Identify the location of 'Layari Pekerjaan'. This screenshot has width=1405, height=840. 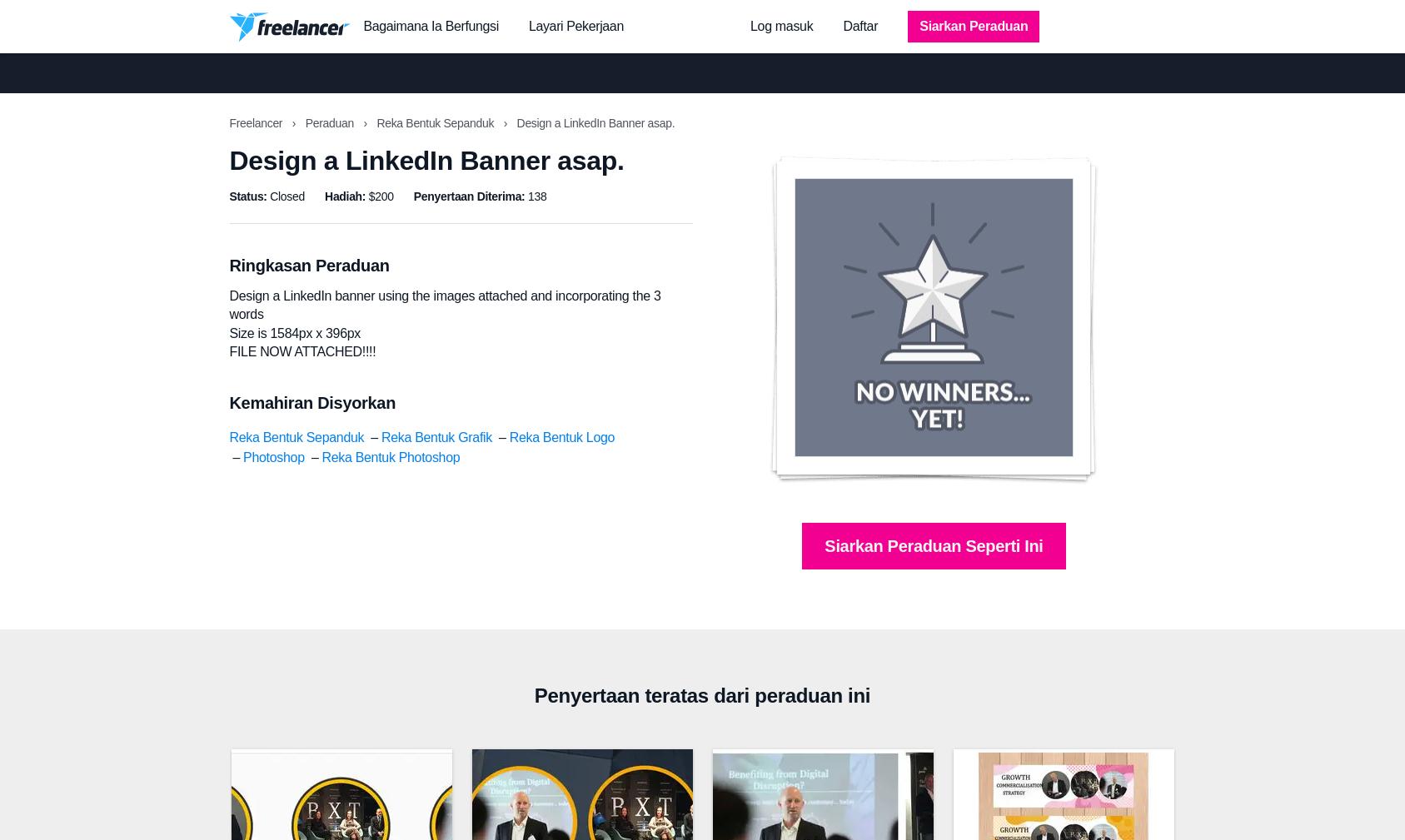
(575, 25).